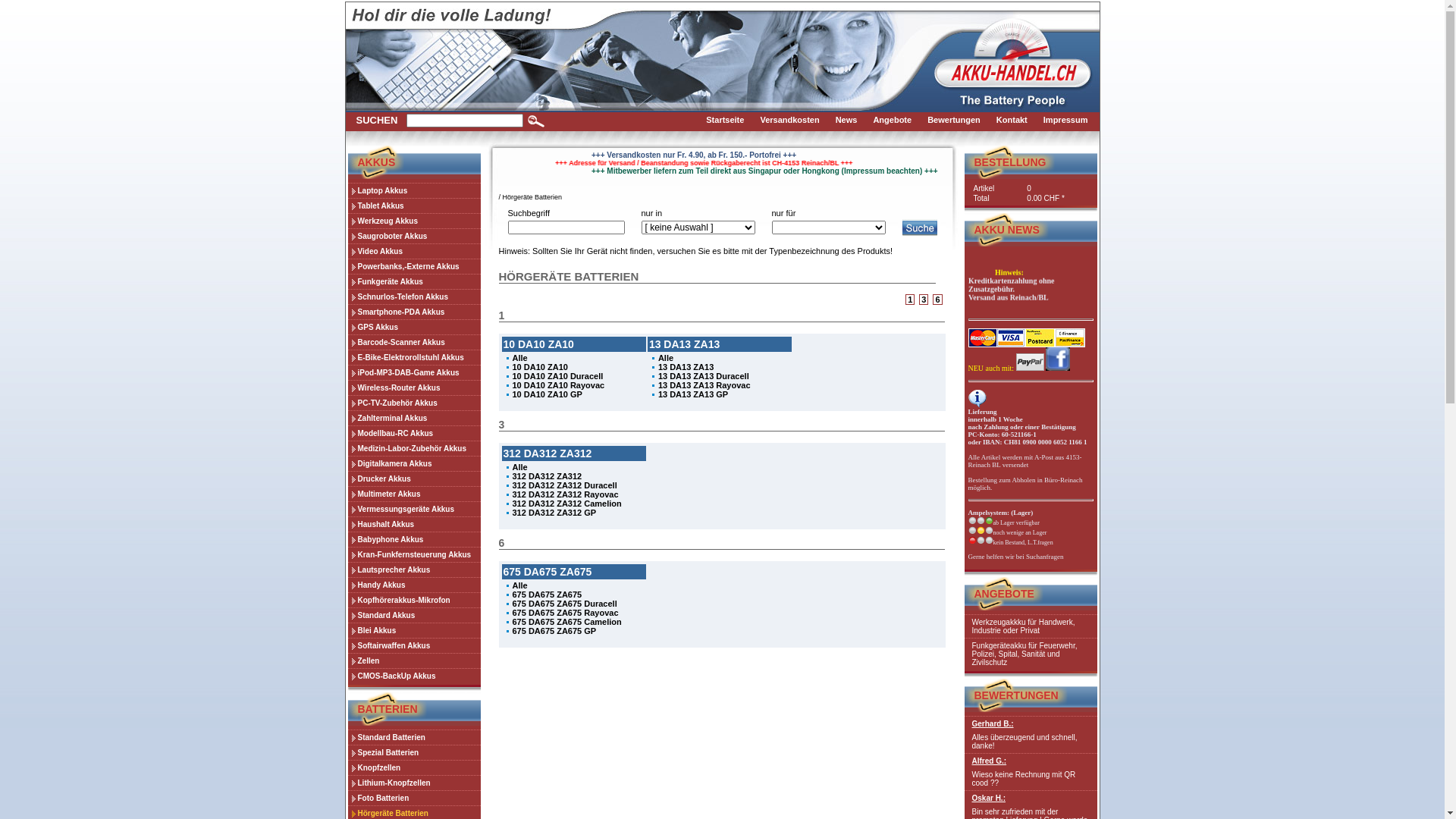 The height and width of the screenshot is (819, 1456). I want to click on 'Modellbau-RC Akkus', so click(413, 432).